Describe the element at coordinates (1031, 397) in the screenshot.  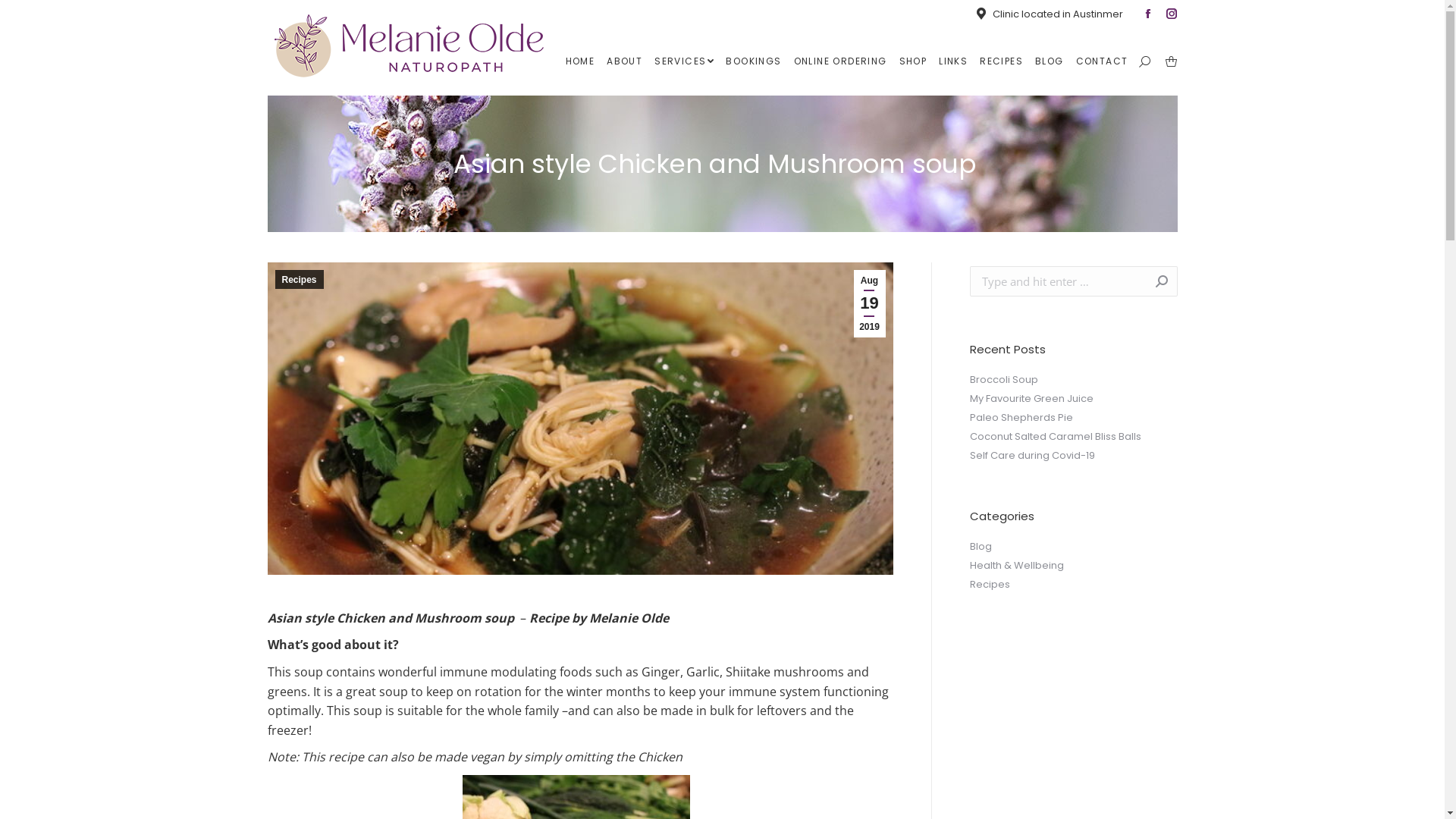
I see `'My Favourite Green Juice'` at that location.